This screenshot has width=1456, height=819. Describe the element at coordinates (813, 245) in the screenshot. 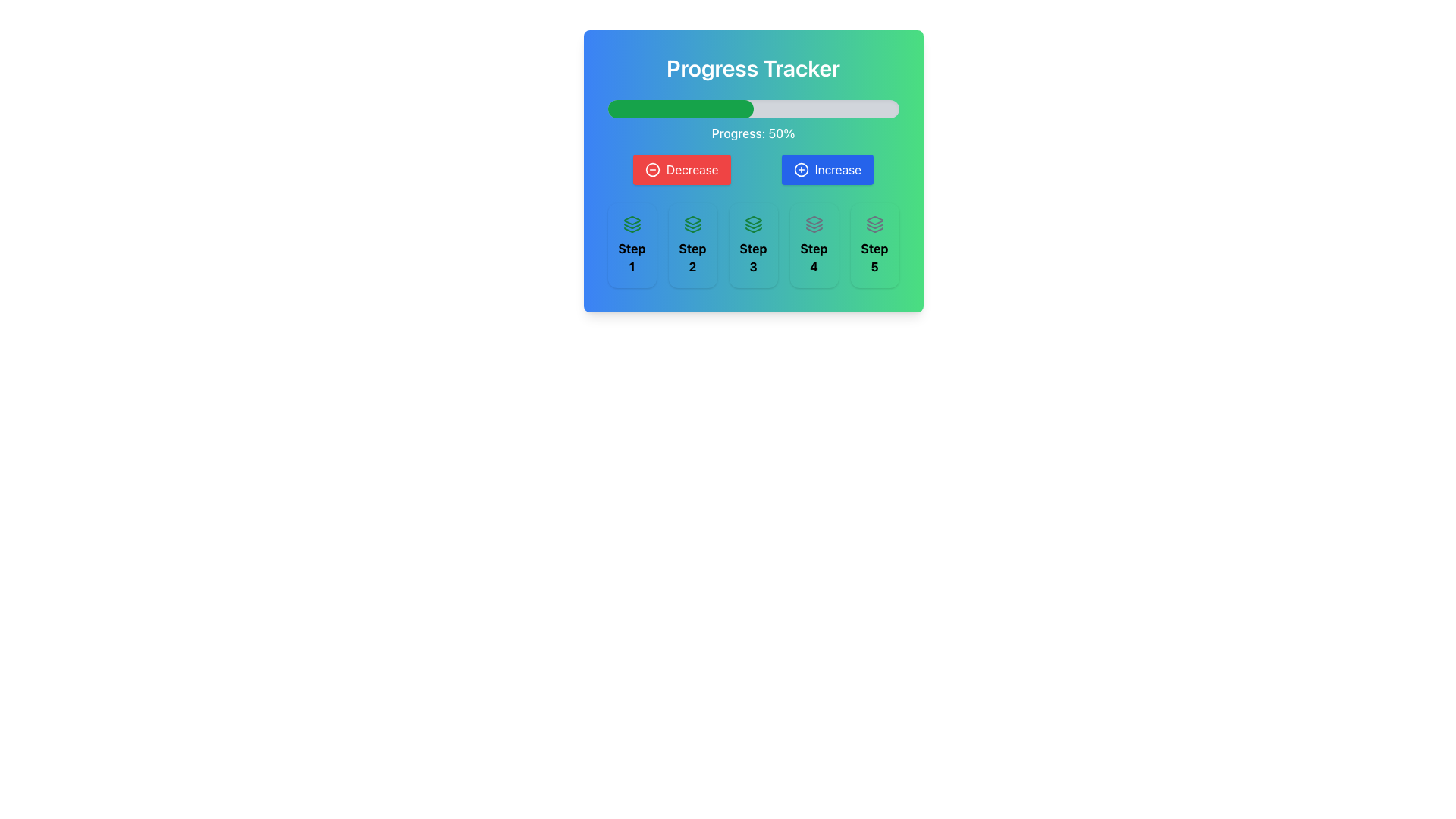

I see `the fourth step in the five-step progress tracker, which is represented by the Interactive Step Indicator (Non-clickable)` at that location.